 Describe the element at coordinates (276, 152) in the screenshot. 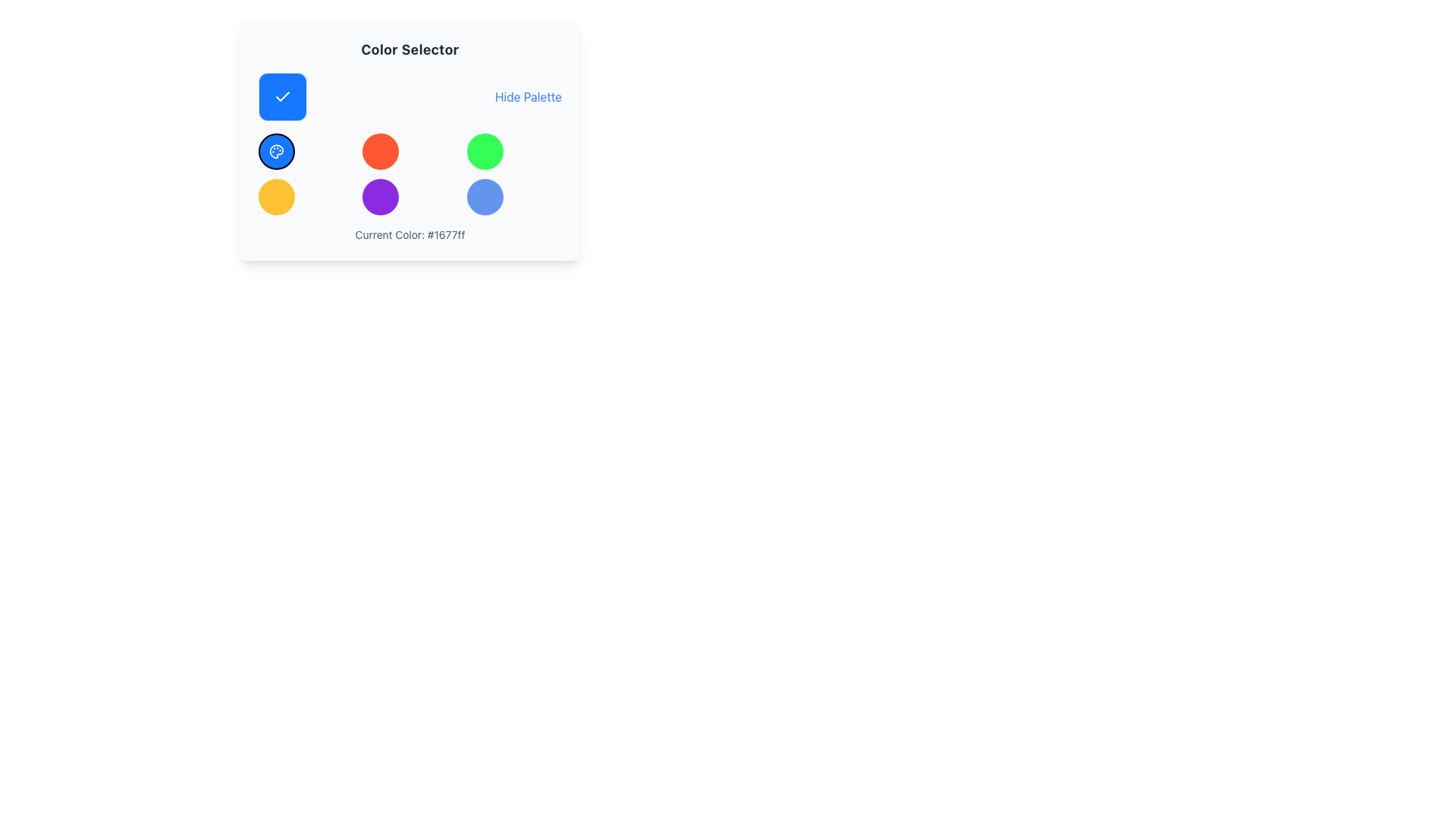

I see `the color selector icon within the palette interface, which is visually represented as an outlined segment of a palette` at that location.